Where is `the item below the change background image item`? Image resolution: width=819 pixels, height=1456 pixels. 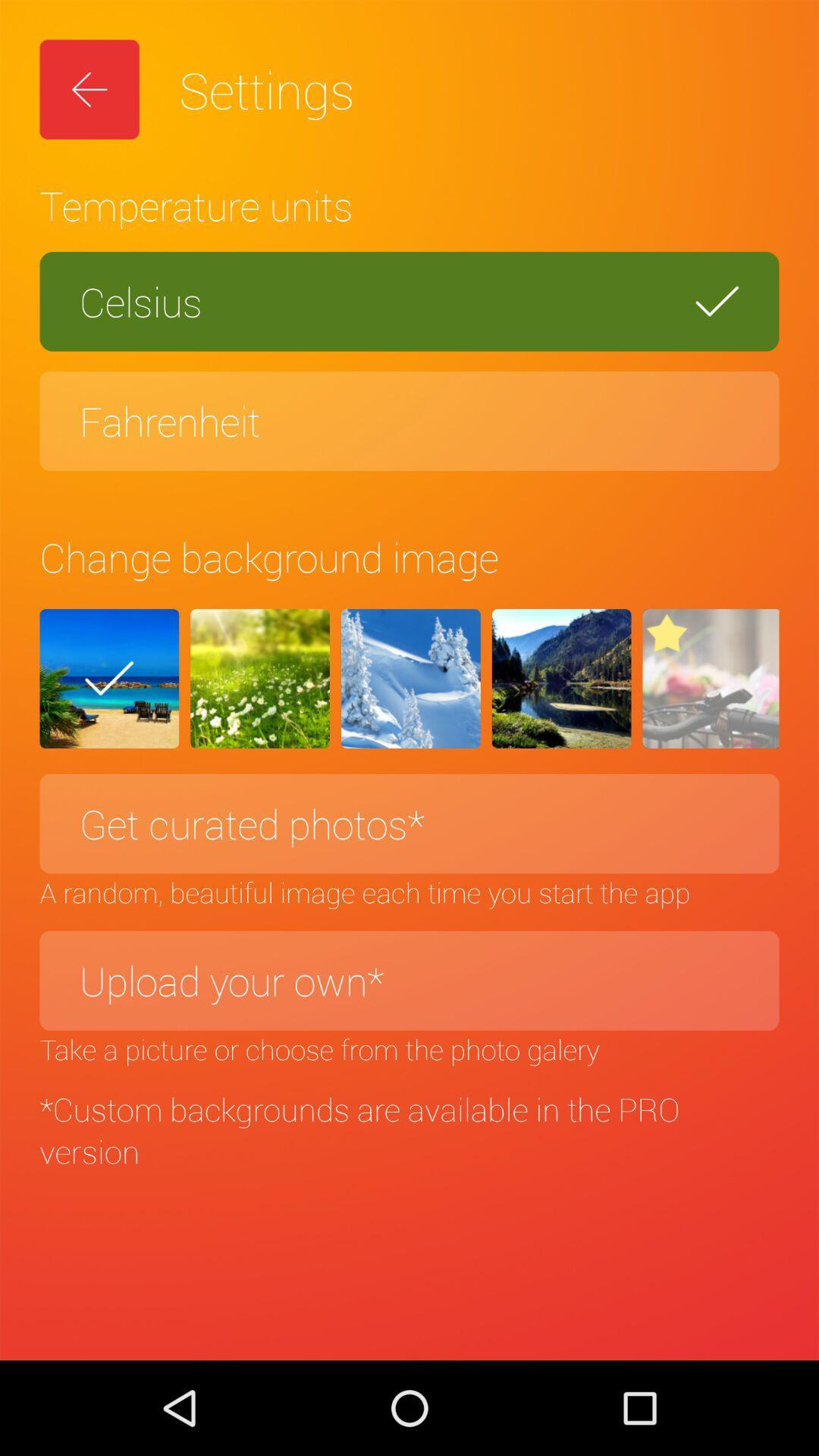
the item below the change background image item is located at coordinates (108, 678).